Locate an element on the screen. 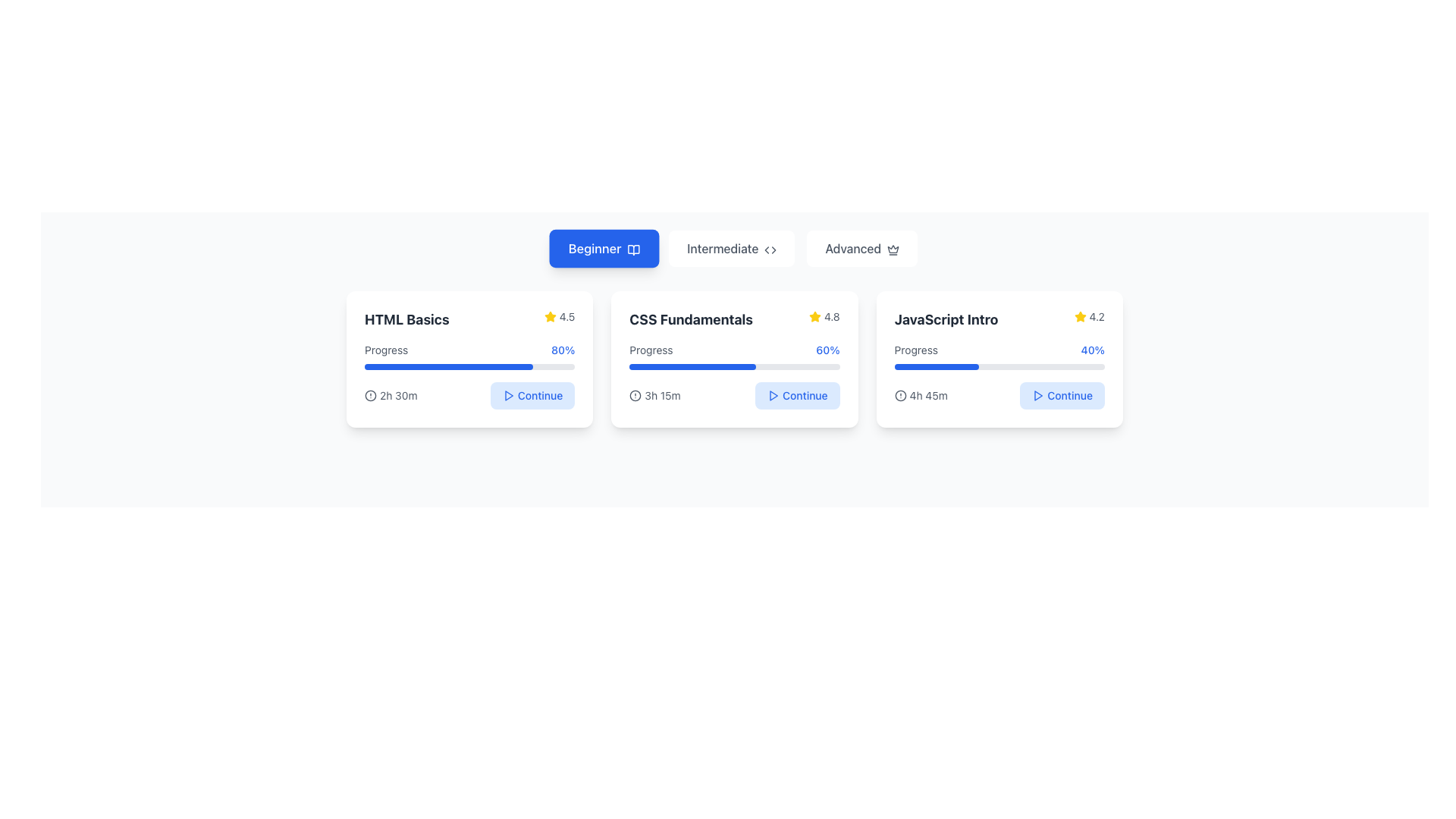 The width and height of the screenshot is (1456, 819). the static text label positioned in the upper-left part of the 'JavaScript Intro' card, which indicates the purpose of the associated progress bar is located at coordinates (915, 350).